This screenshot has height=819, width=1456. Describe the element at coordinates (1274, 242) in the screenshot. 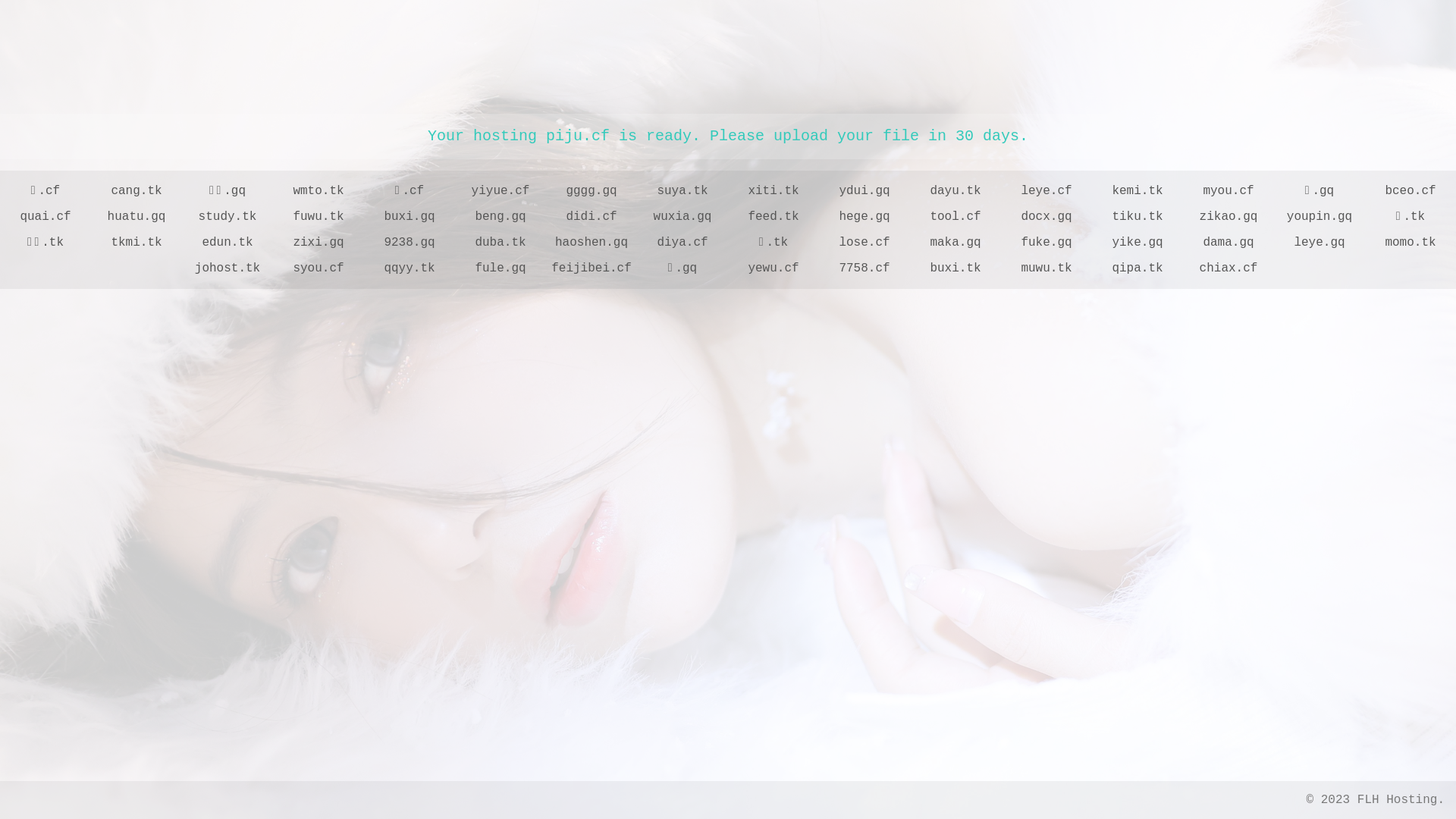

I see `'leye.gq'` at that location.